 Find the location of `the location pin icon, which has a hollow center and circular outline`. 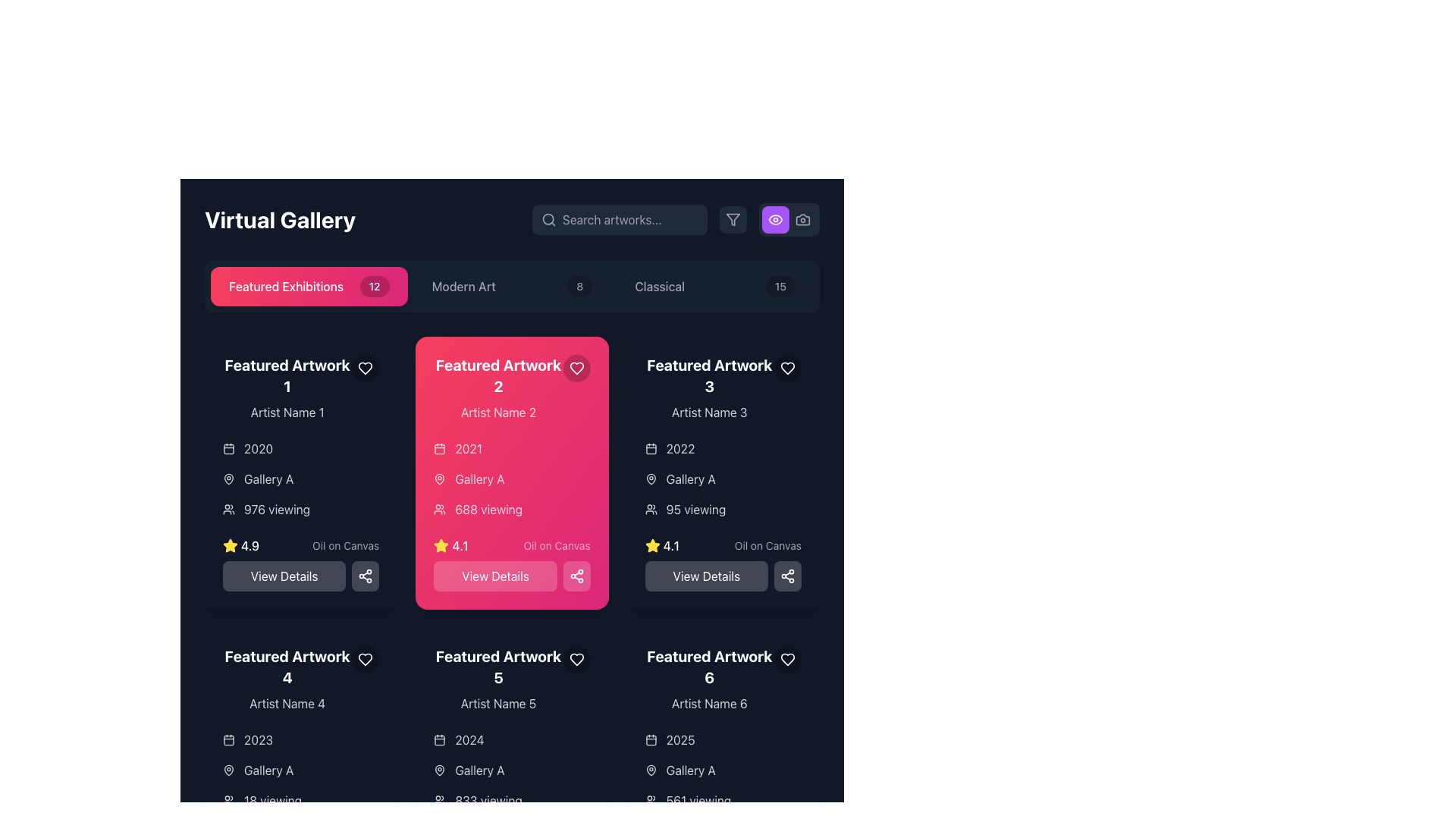

the location pin icon, which has a hollow center and circular outline is located at coordinates (651, 770).